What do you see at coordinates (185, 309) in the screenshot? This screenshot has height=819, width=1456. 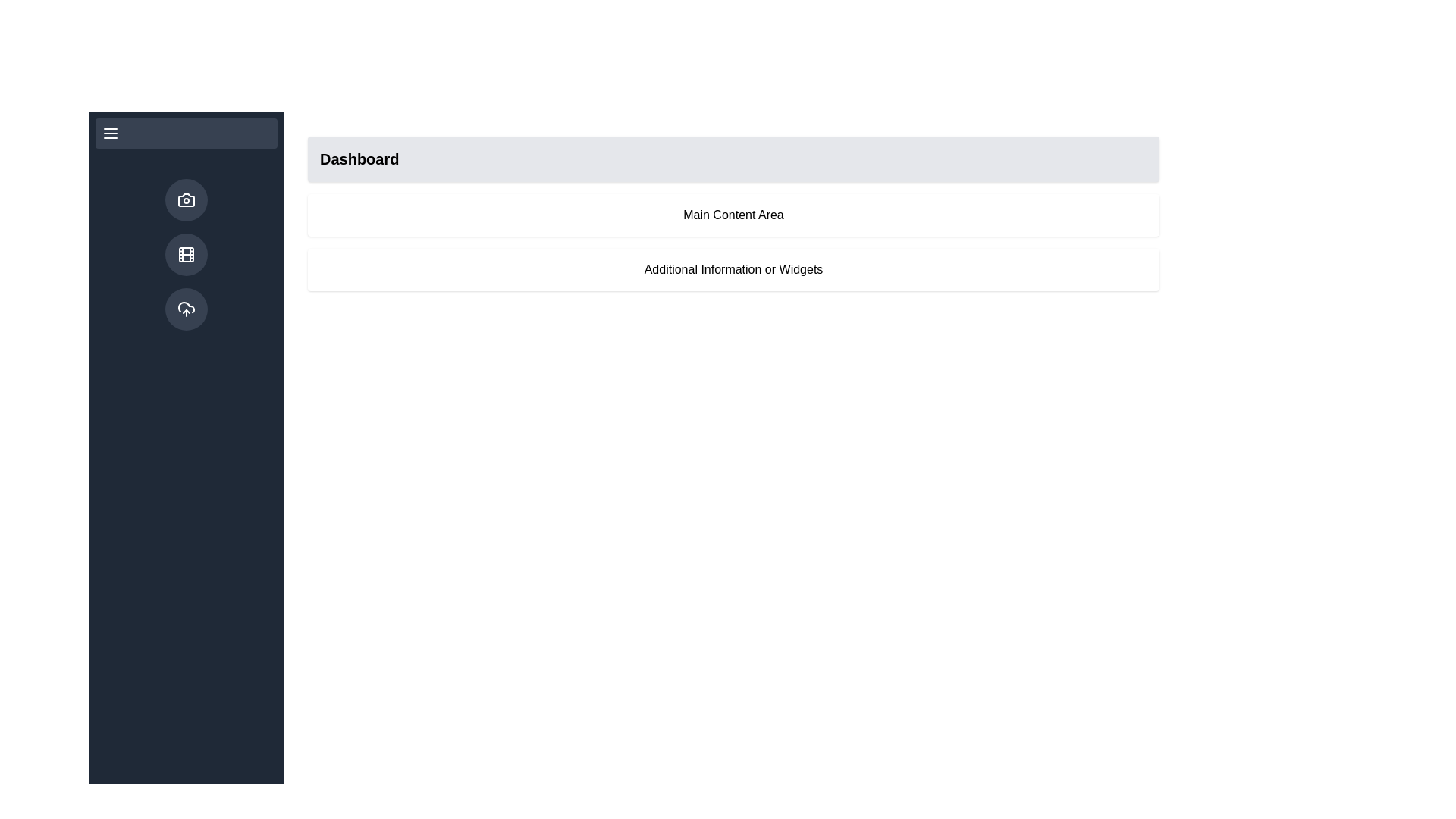 I see `the circular button with a dark gray background and a cloud with an upward arrow icon, located third in the vertical sidebar on the left` at bounding box center [185, 309].